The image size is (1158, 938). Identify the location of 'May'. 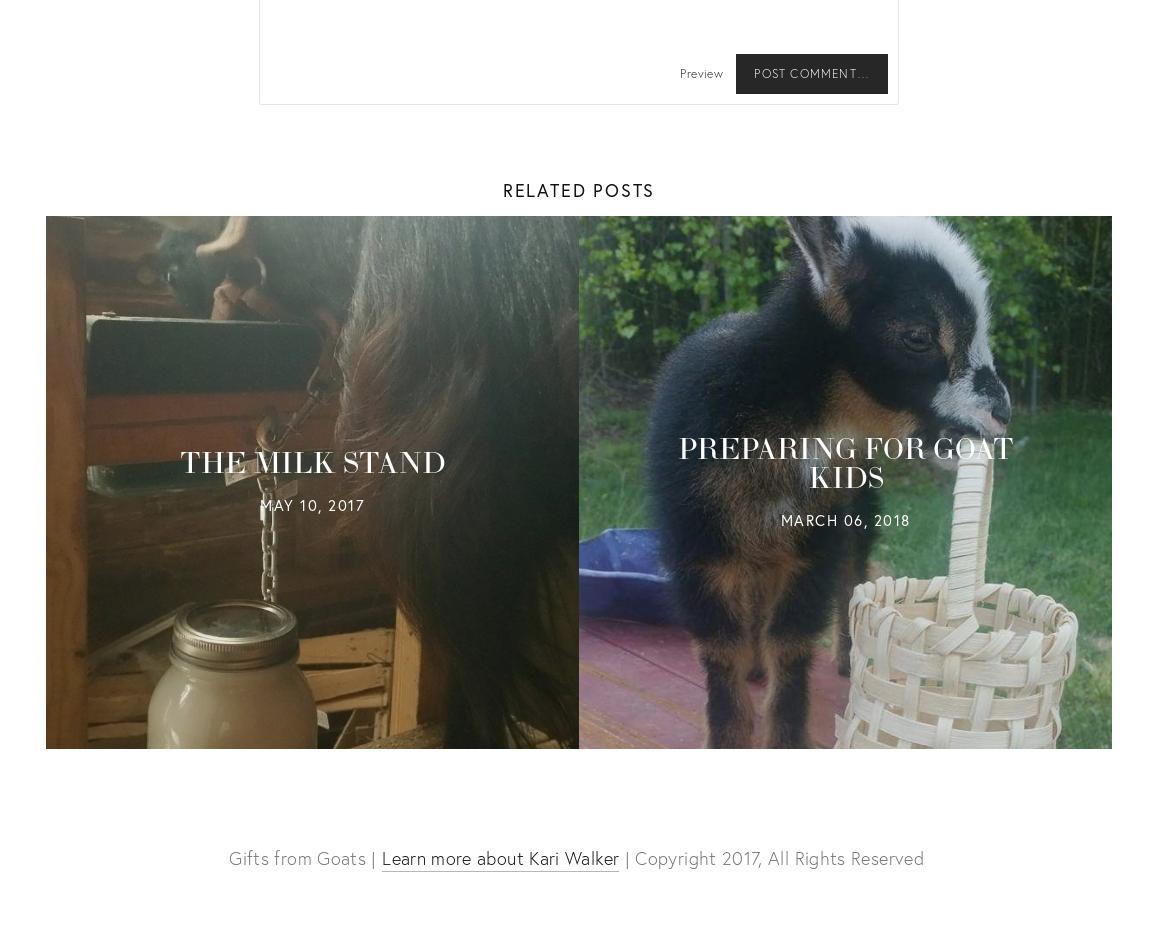
(279, 504).